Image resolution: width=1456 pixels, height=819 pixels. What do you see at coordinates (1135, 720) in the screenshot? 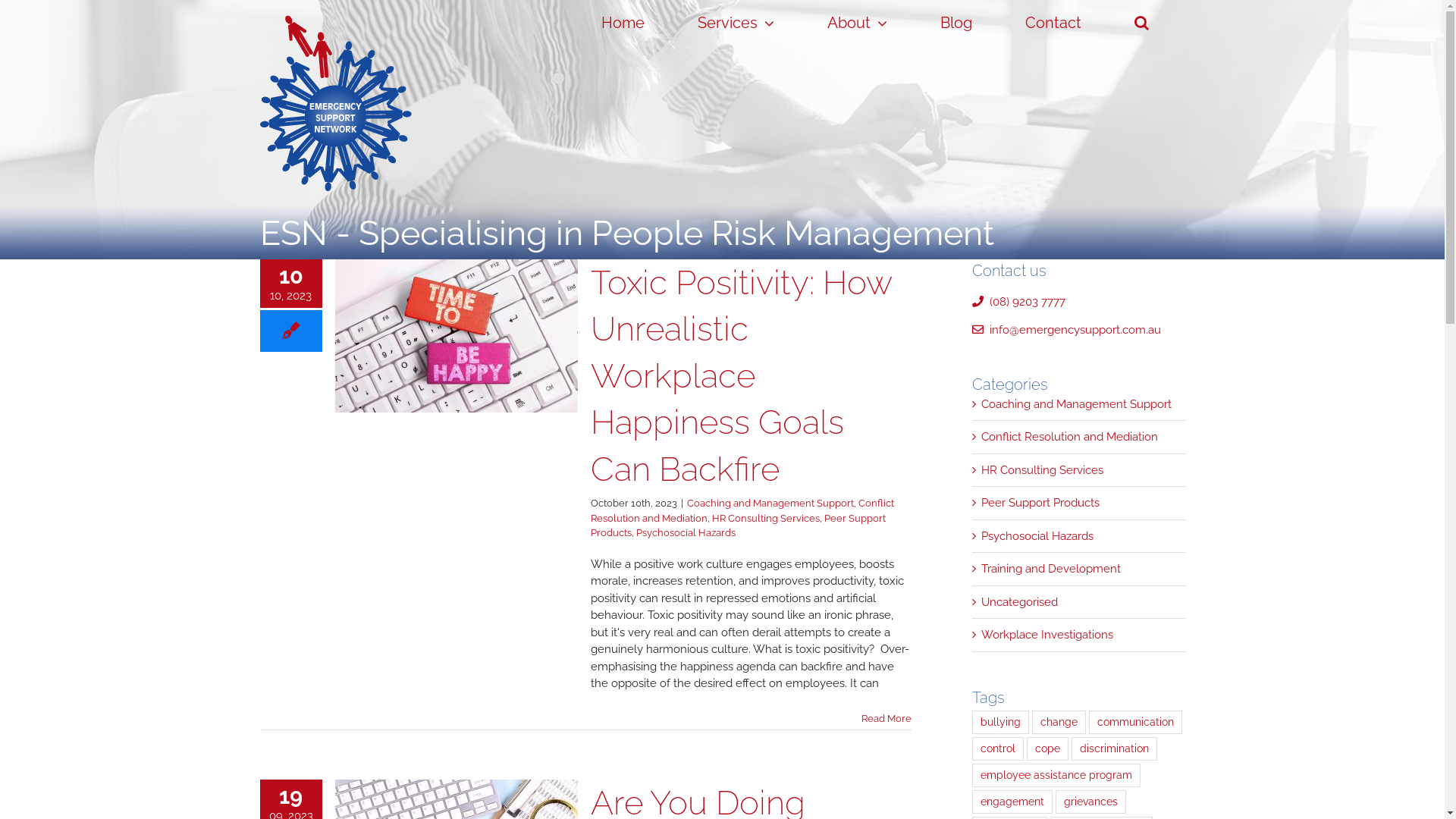
I see `'communication'` at bounding box center [1135, 720].